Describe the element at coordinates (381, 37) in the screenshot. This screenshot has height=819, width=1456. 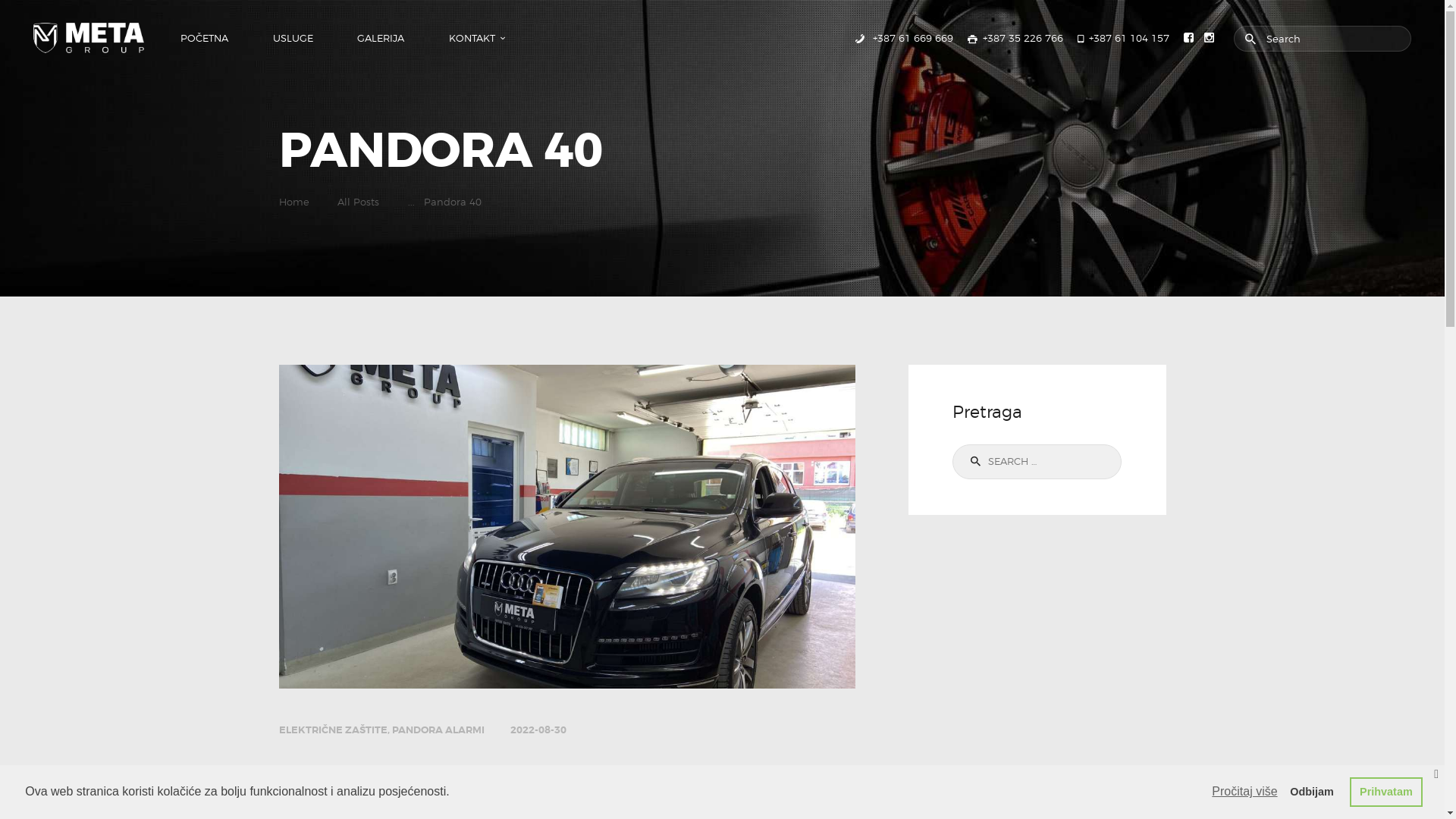
I see `'GALERIJA'` at that location.